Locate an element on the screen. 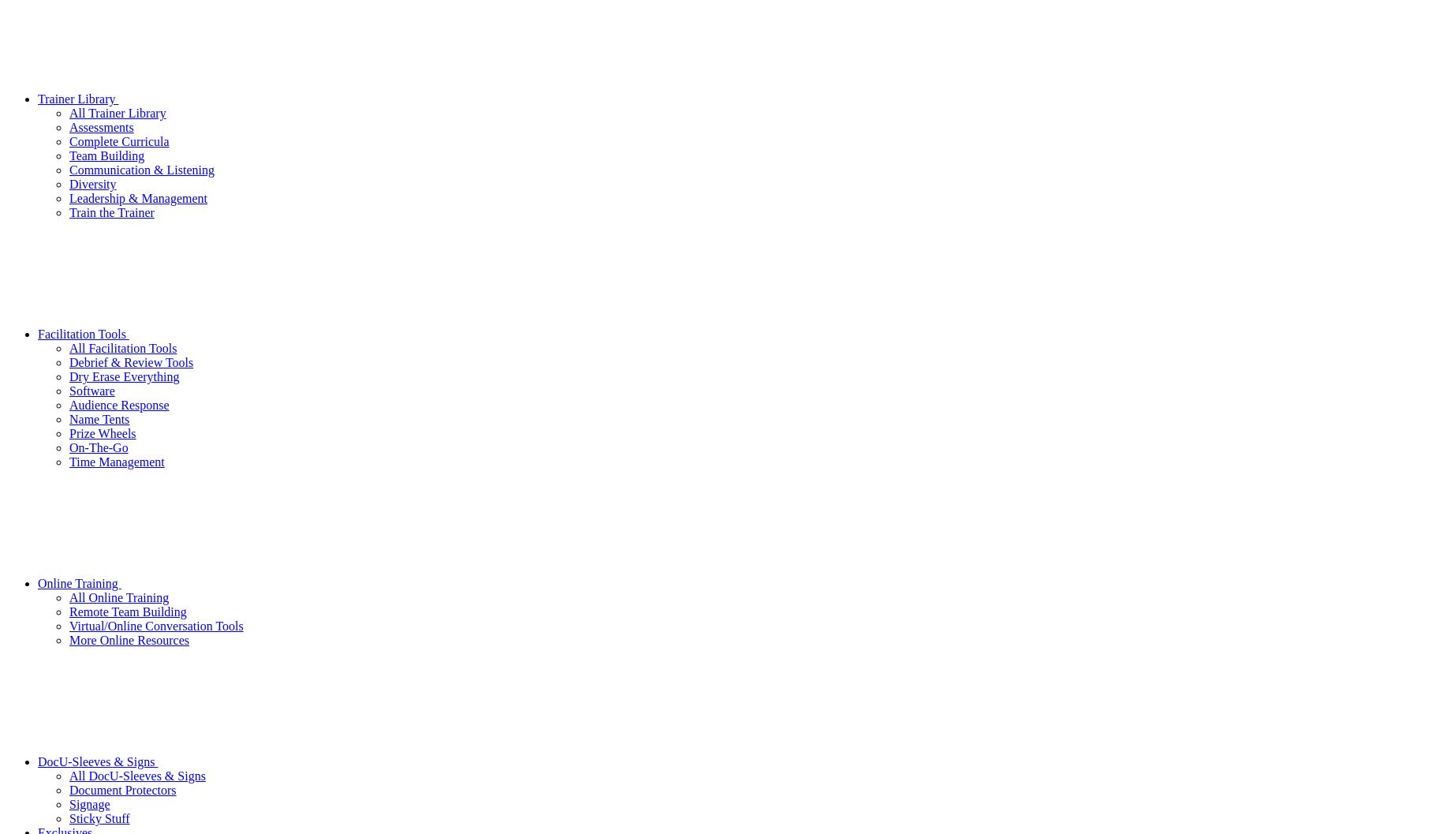 The height and width of the screenshot is (834, 1456). 'Team Building' is located at coordinates (106, 155).